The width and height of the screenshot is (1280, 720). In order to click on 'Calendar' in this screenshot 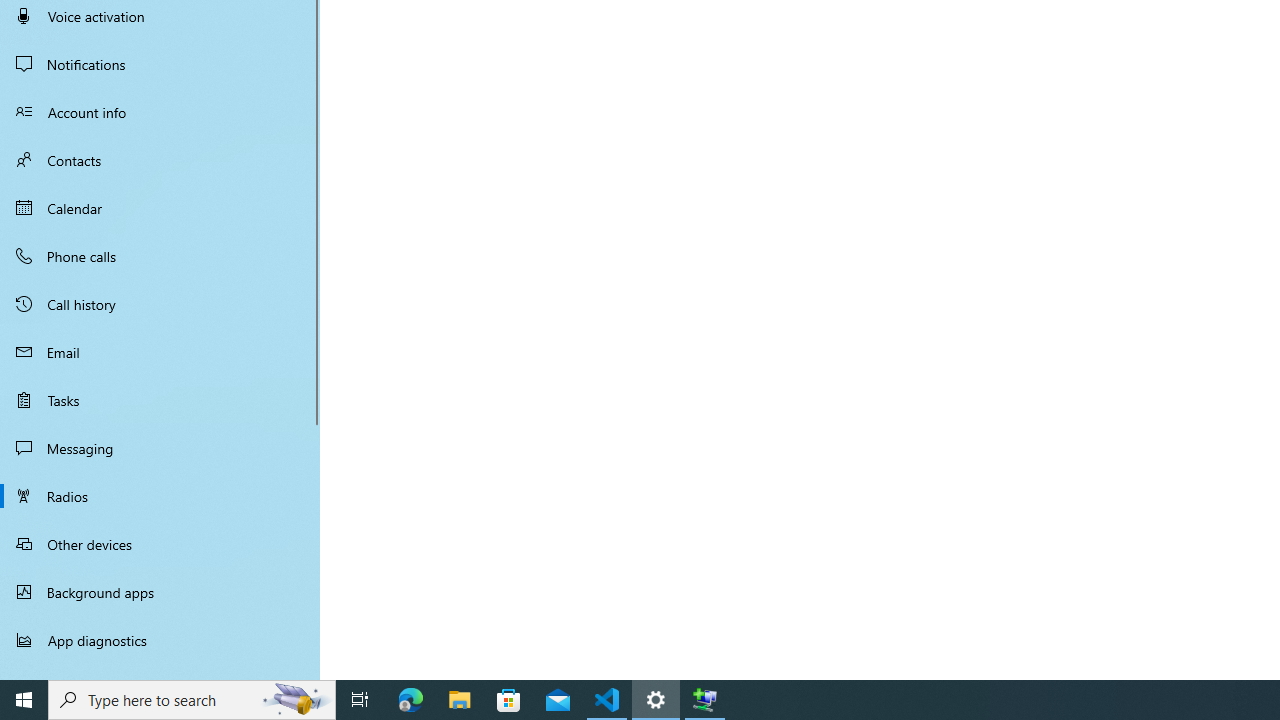, I will do `click(160, 208)`.